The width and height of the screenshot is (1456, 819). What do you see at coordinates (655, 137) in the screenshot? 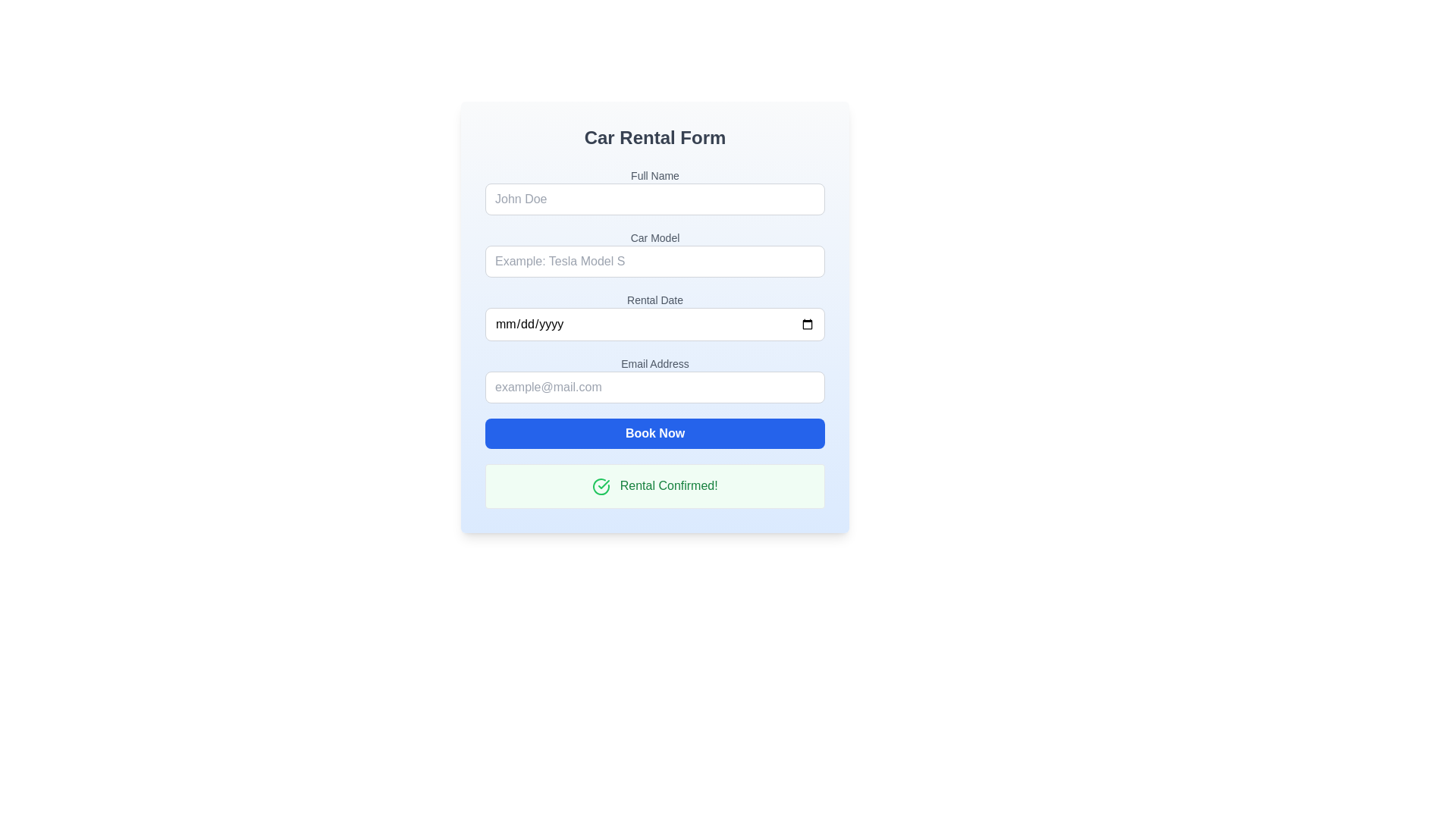
I see `text of the header that identifies the purpose of the car rental form, which is located at the top of the 'Car Rental Form' section, centered horizontally` at bounding box center [655, 137].